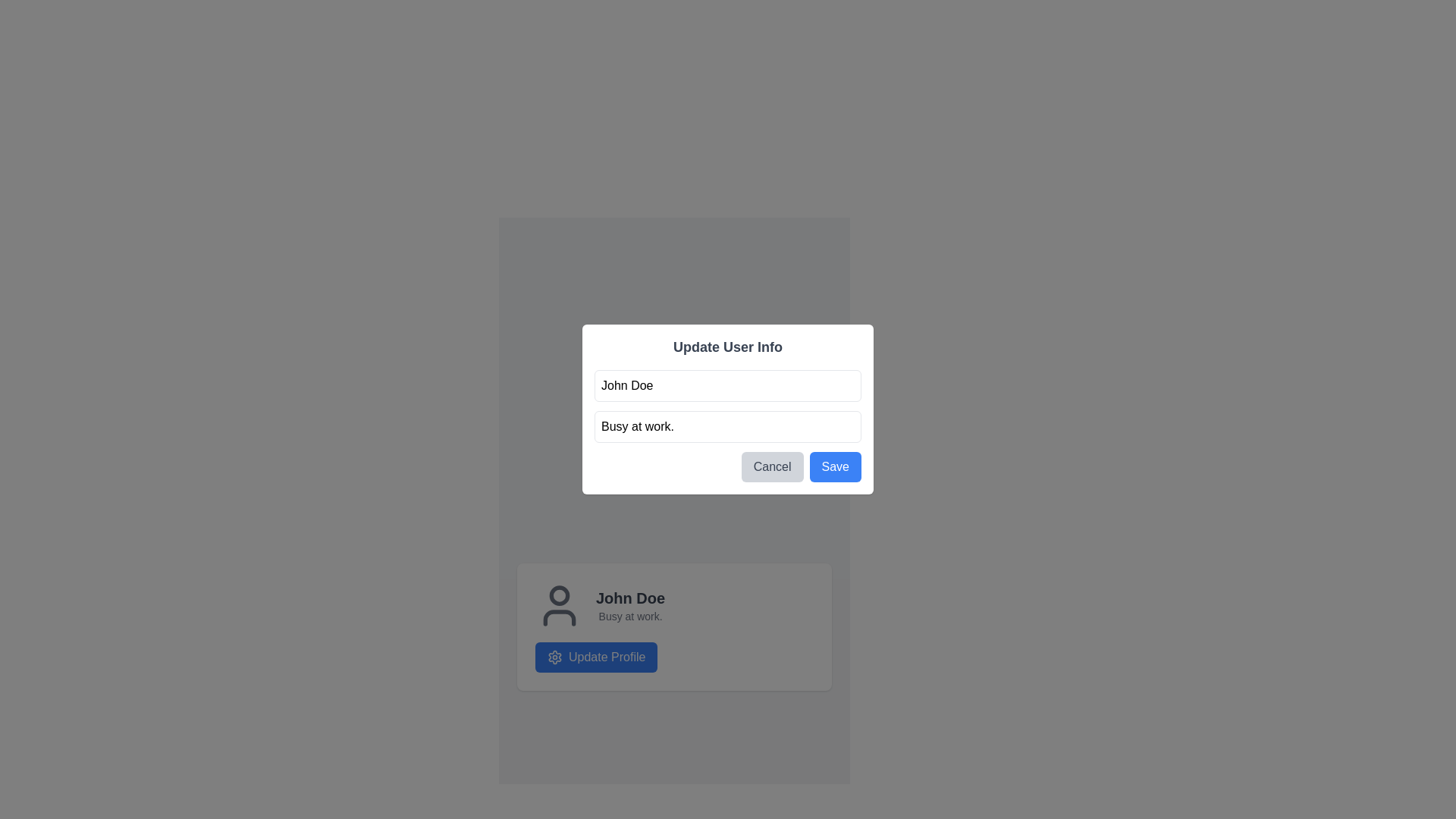  Describe the element at coordinates (554, 657) in the screenshot. I see `the Settings Cogwheel icon, which is located to the left of the 'Update Profile' text and is part of a group of elements with a blue background and white text` at that location.